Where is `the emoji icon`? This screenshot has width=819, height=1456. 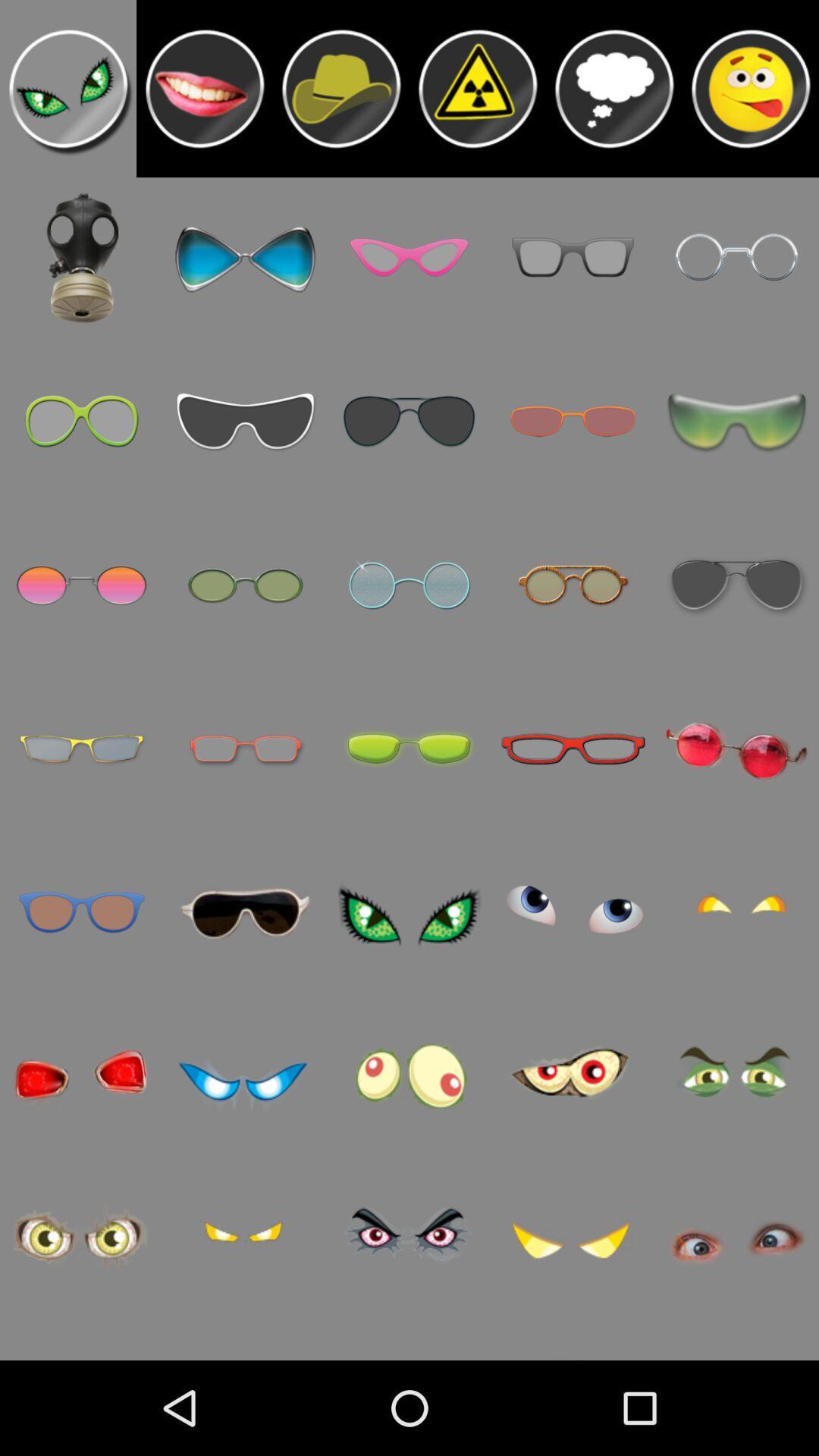 the emoji icon is located at coordinates (751, 94).